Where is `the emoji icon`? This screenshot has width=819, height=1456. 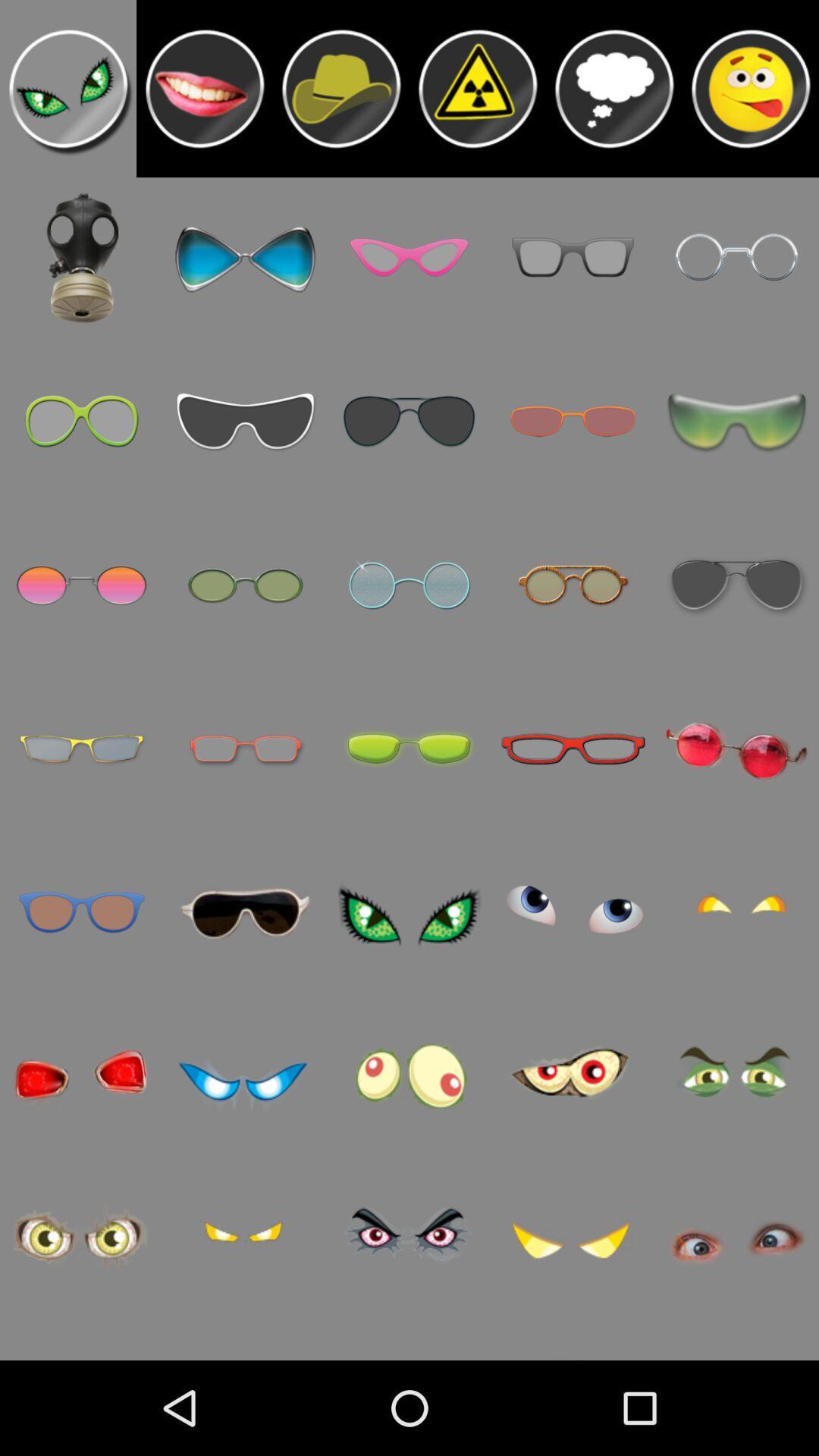 the emoji icon is located at coordinates (751, 94).